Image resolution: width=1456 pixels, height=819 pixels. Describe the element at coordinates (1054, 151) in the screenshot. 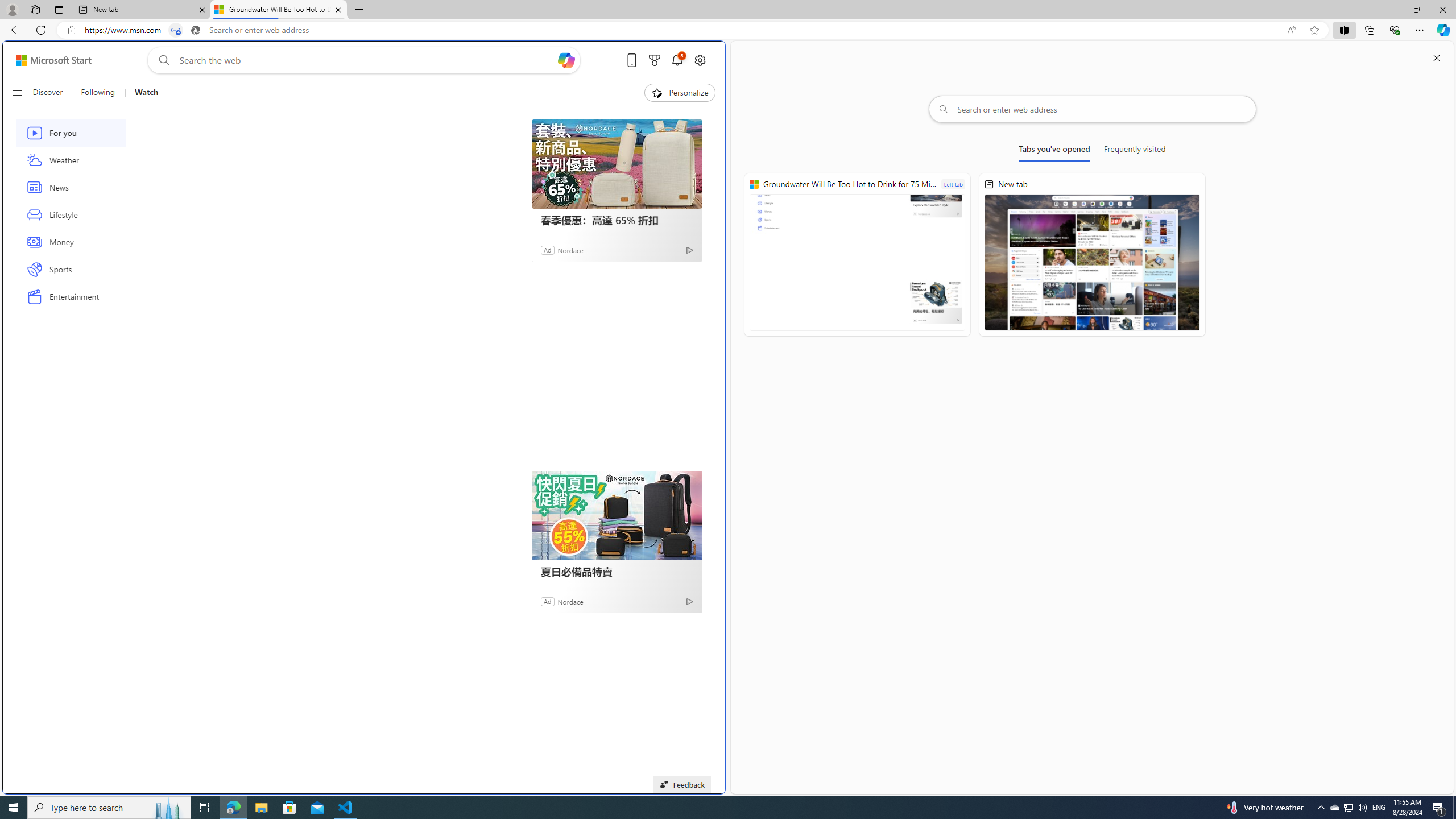

I see `'Tabs you'` at that location.